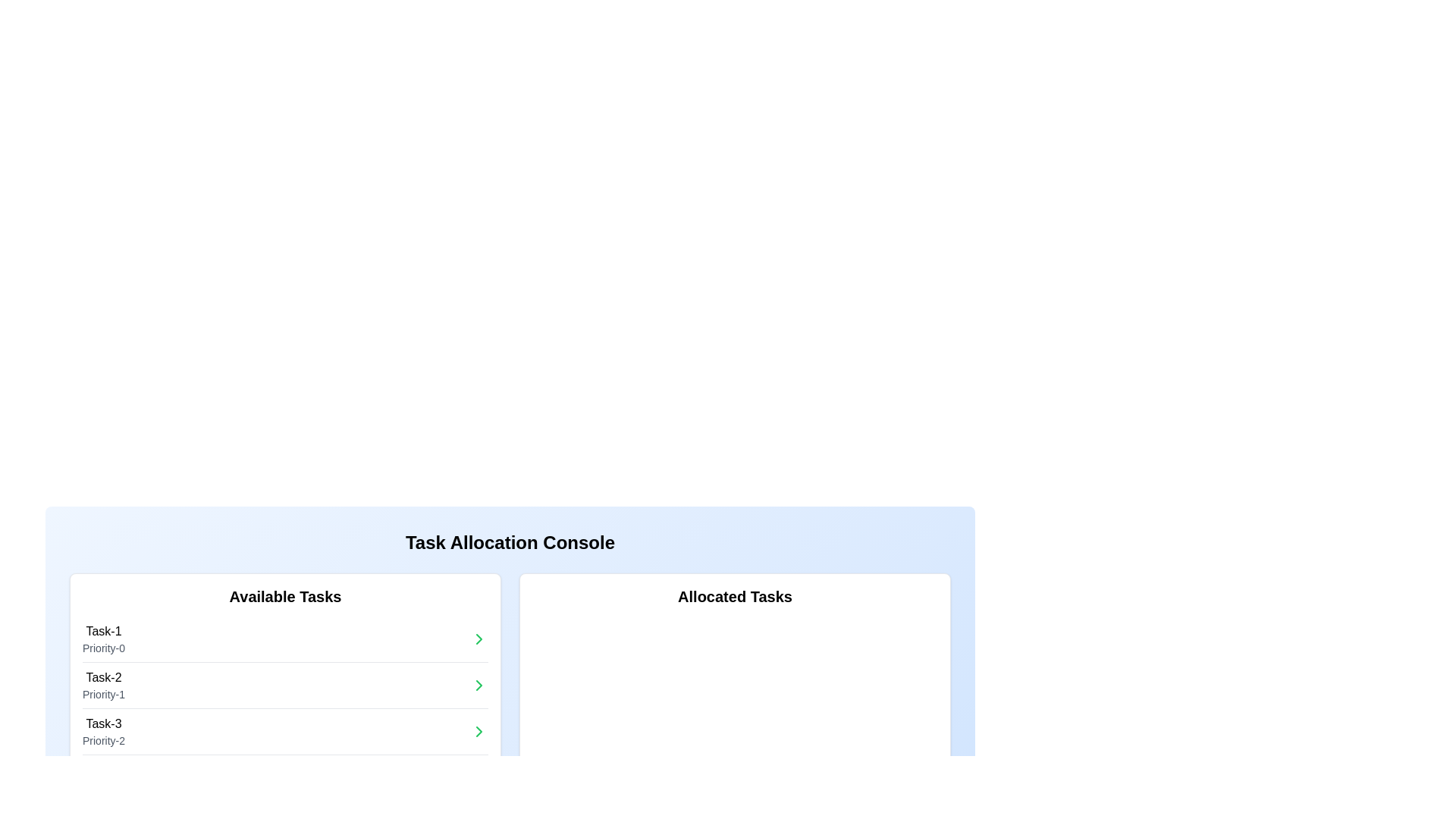 This screenshot has height=819, width=1456. Describe the element at coordinates (103, 723) in the screenshot. I see `text label displaying 'Task-3' in the 'Available Tasks' section, which is located in the third row of the list` at that location.